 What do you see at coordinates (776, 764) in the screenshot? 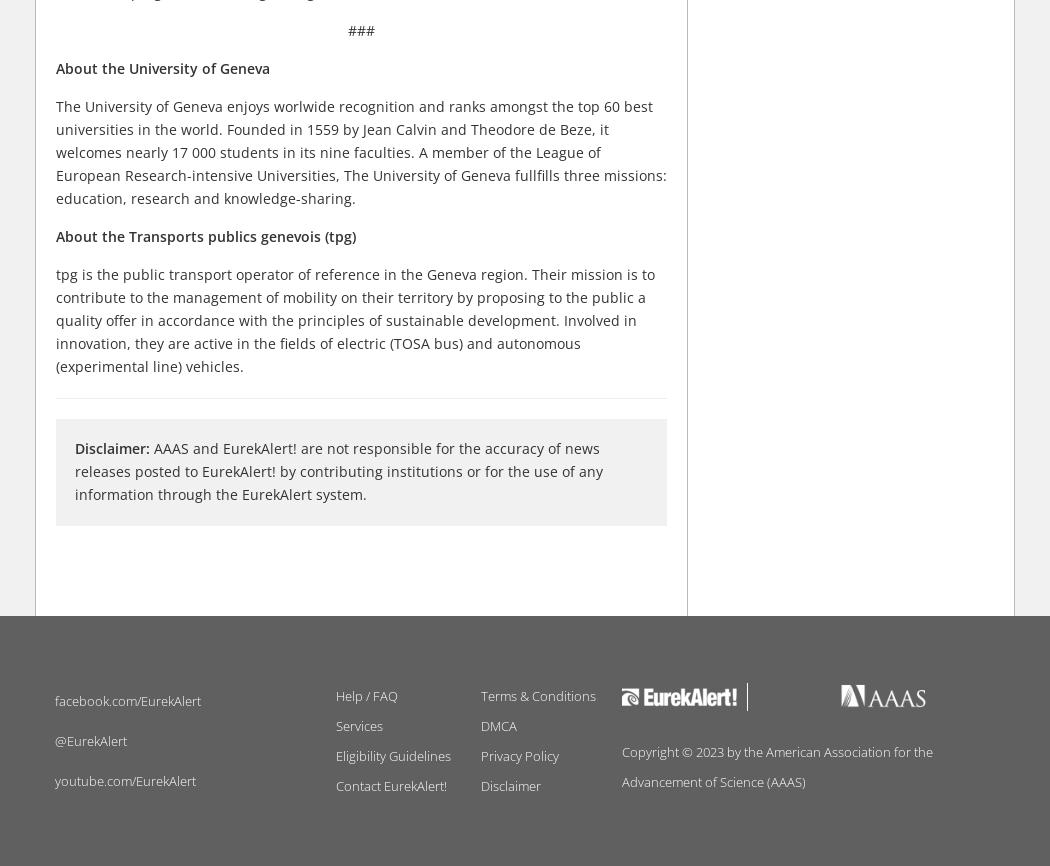
I see `'Copyright © 2023 by the American Association for the Advancement of Science (AAAS)'` at bounding box center [776, 764].